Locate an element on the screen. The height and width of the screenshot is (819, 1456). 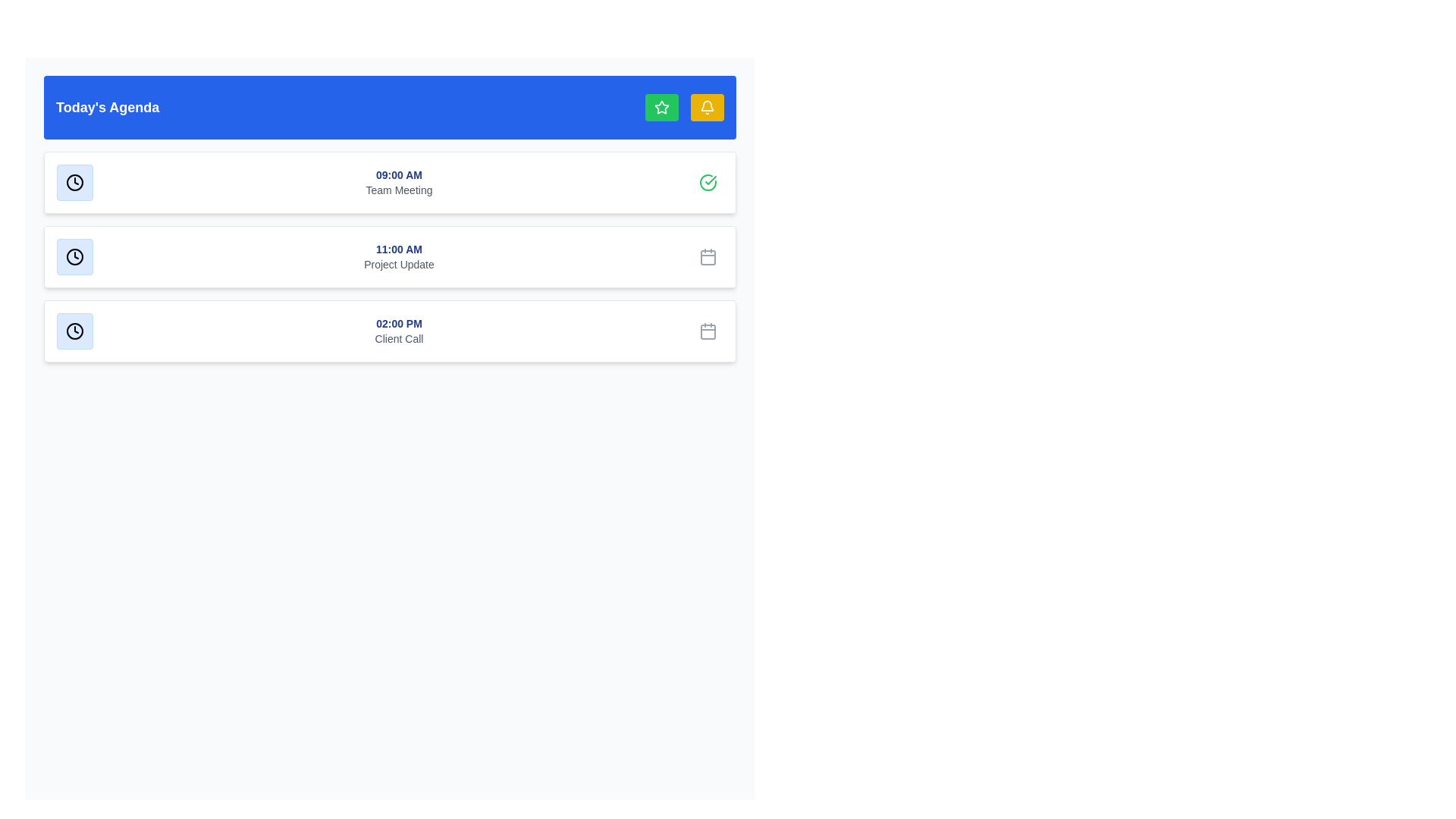
the circular button with a gray calendar icon representing the '02:00 PM Client Call' event is located at coordinates (708, 330).